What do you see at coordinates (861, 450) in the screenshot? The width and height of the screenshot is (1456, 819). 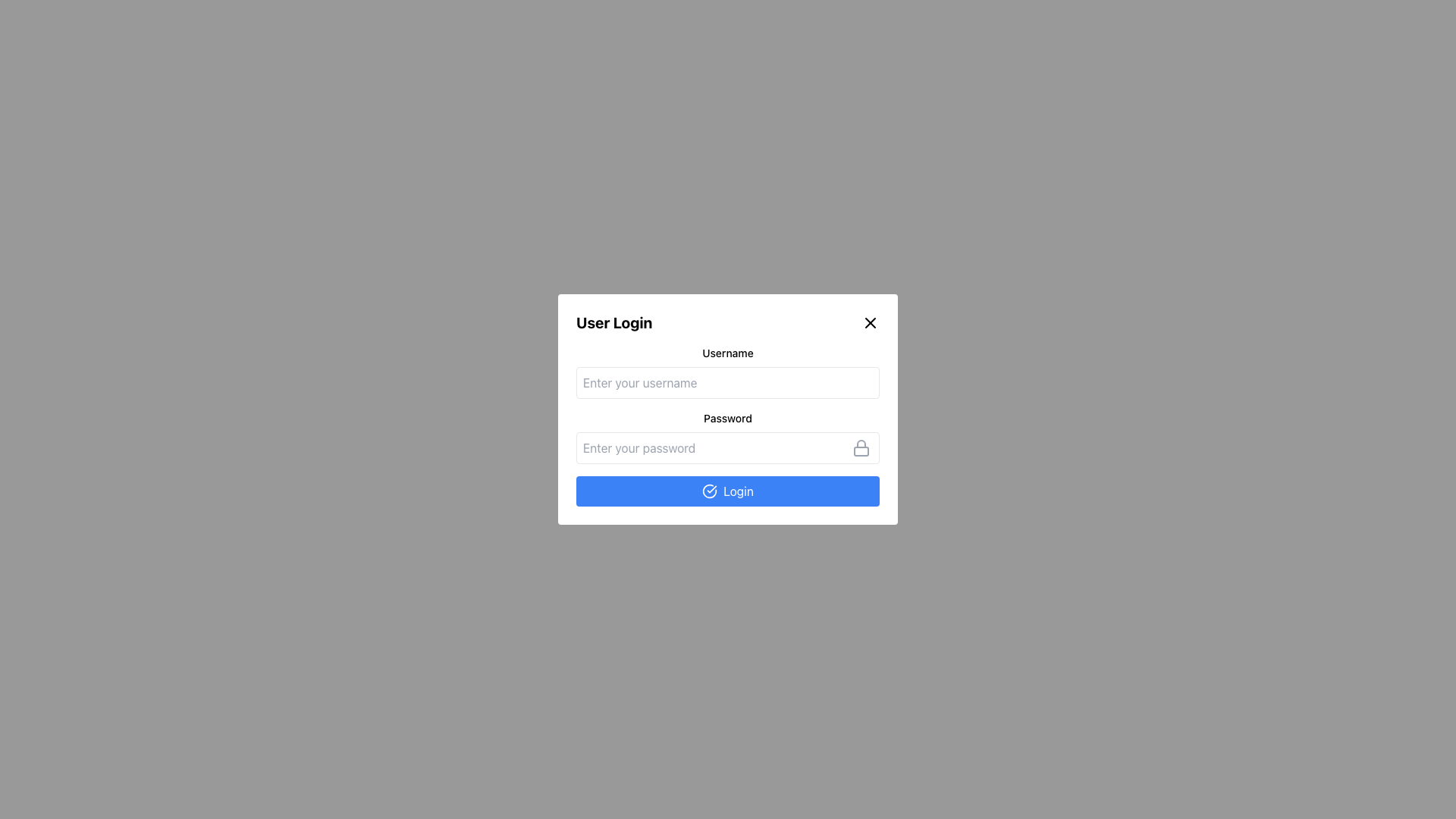 I see `the rectangle shape of the lock icon, which serves as a decorative part of the lock, located to the right of the password input field in the login form` at bounding box center [861, 450].